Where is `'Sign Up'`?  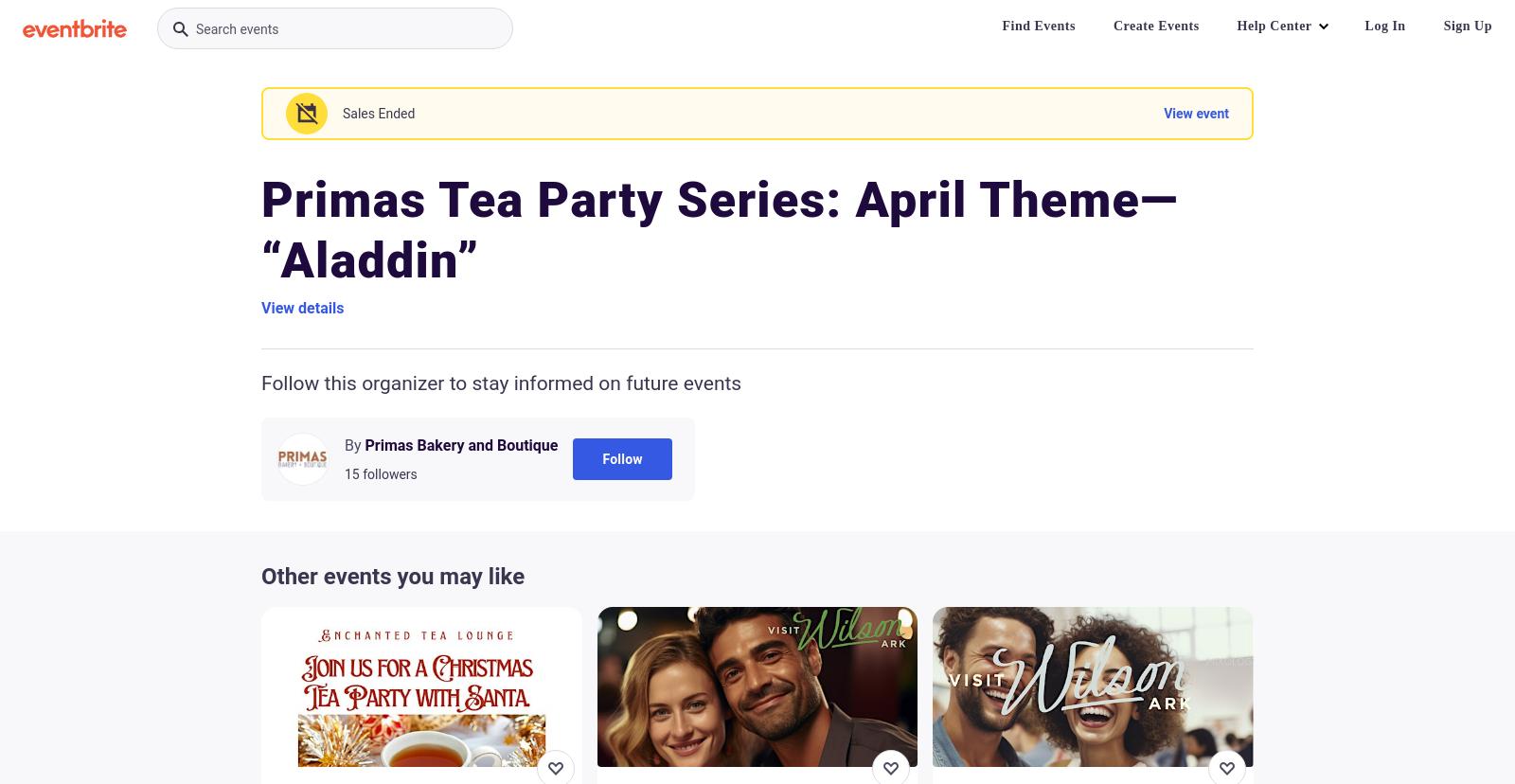 'Sign Up' is located at coordinates (1468, 26).